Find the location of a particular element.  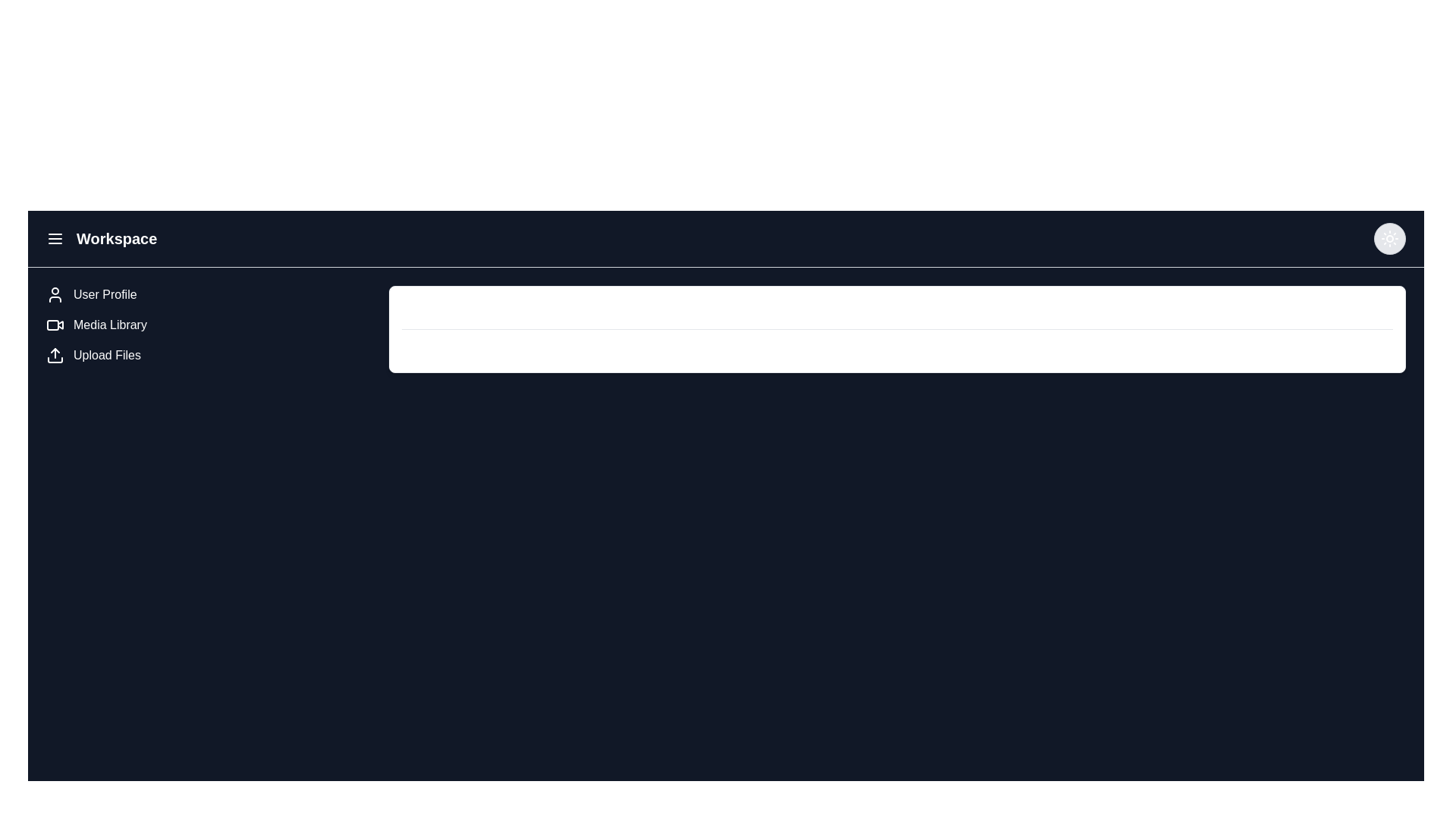

the third navigation menu item located in the left vertical navigation menu is located at coordinates (106, 356).